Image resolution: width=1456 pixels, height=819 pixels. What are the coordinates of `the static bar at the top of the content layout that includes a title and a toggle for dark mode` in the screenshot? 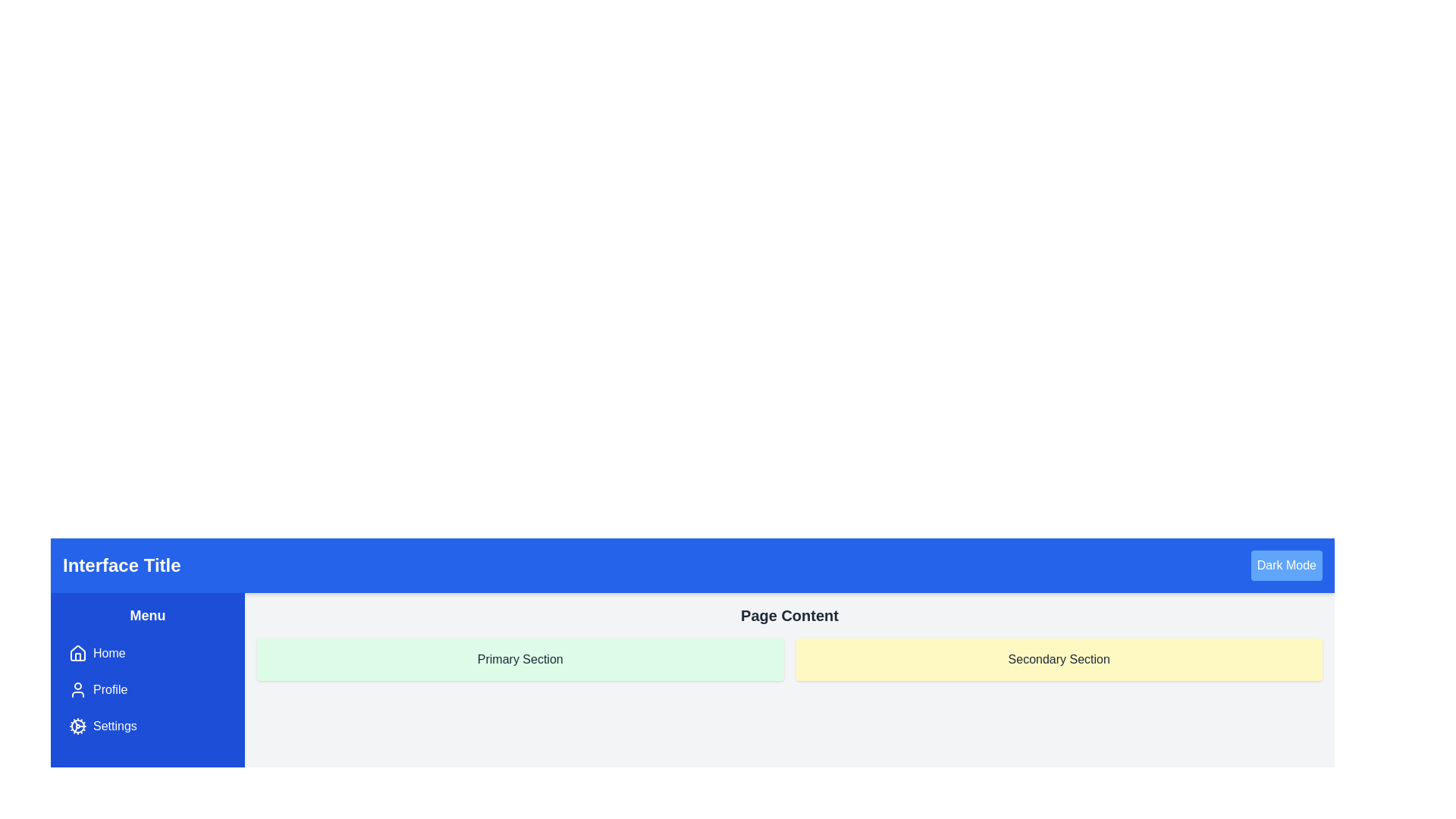 It's located at (692, 565).